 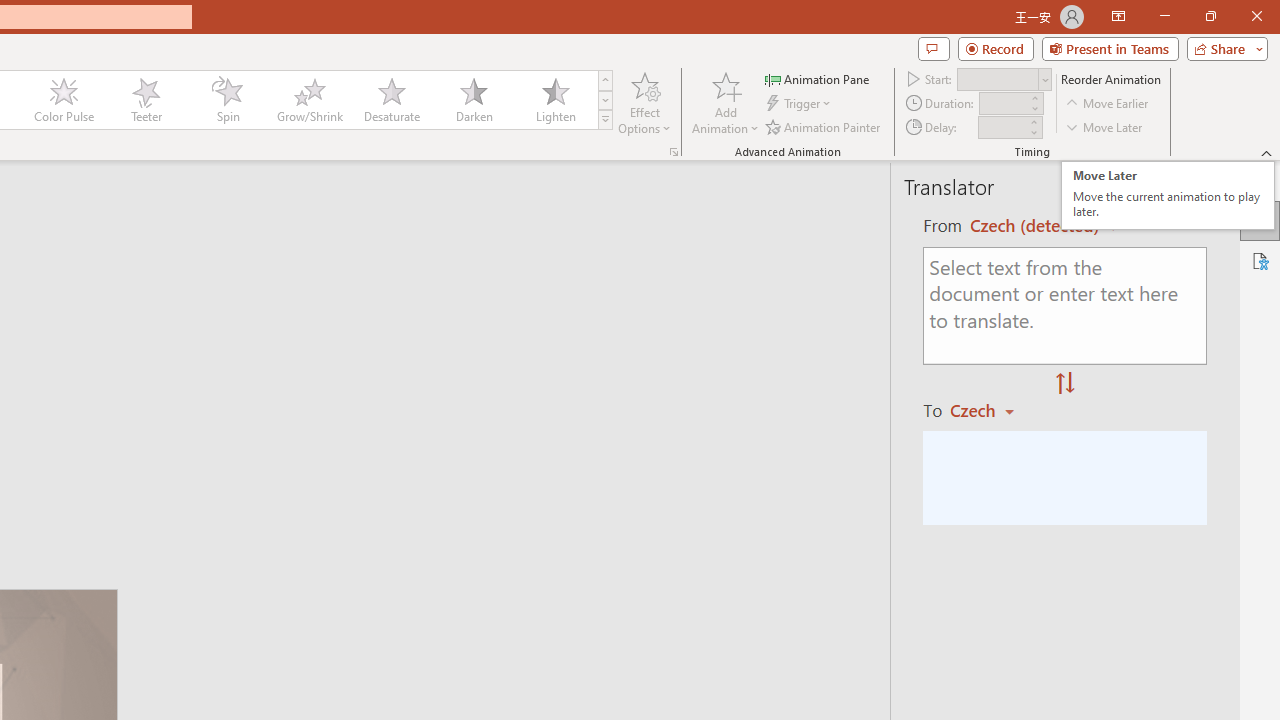 I want to click on 'Czech (detected)', so click(x=1037, y=225).